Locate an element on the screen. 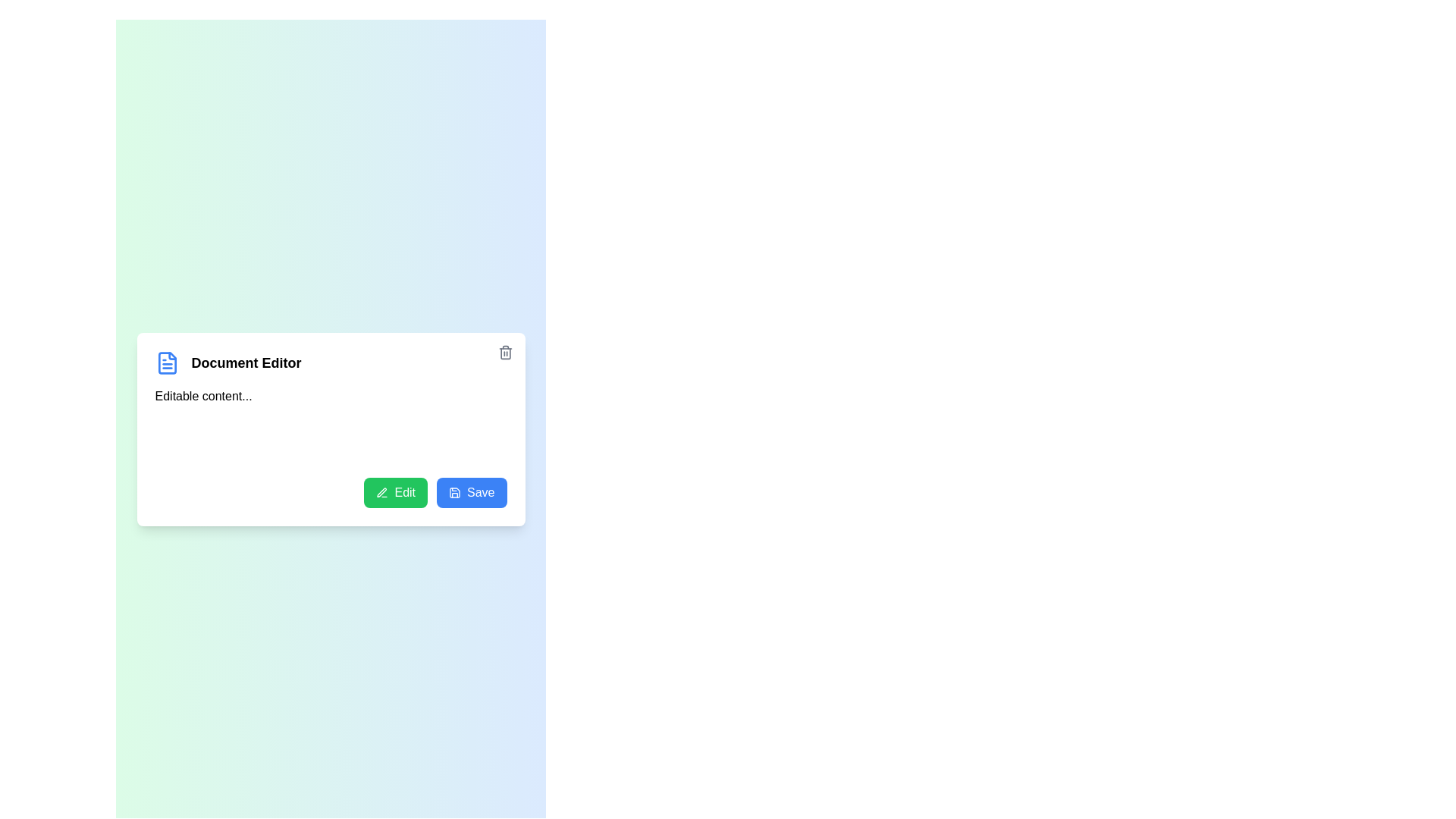  the Edit button to reset the text is located at coordinates (396, 491).